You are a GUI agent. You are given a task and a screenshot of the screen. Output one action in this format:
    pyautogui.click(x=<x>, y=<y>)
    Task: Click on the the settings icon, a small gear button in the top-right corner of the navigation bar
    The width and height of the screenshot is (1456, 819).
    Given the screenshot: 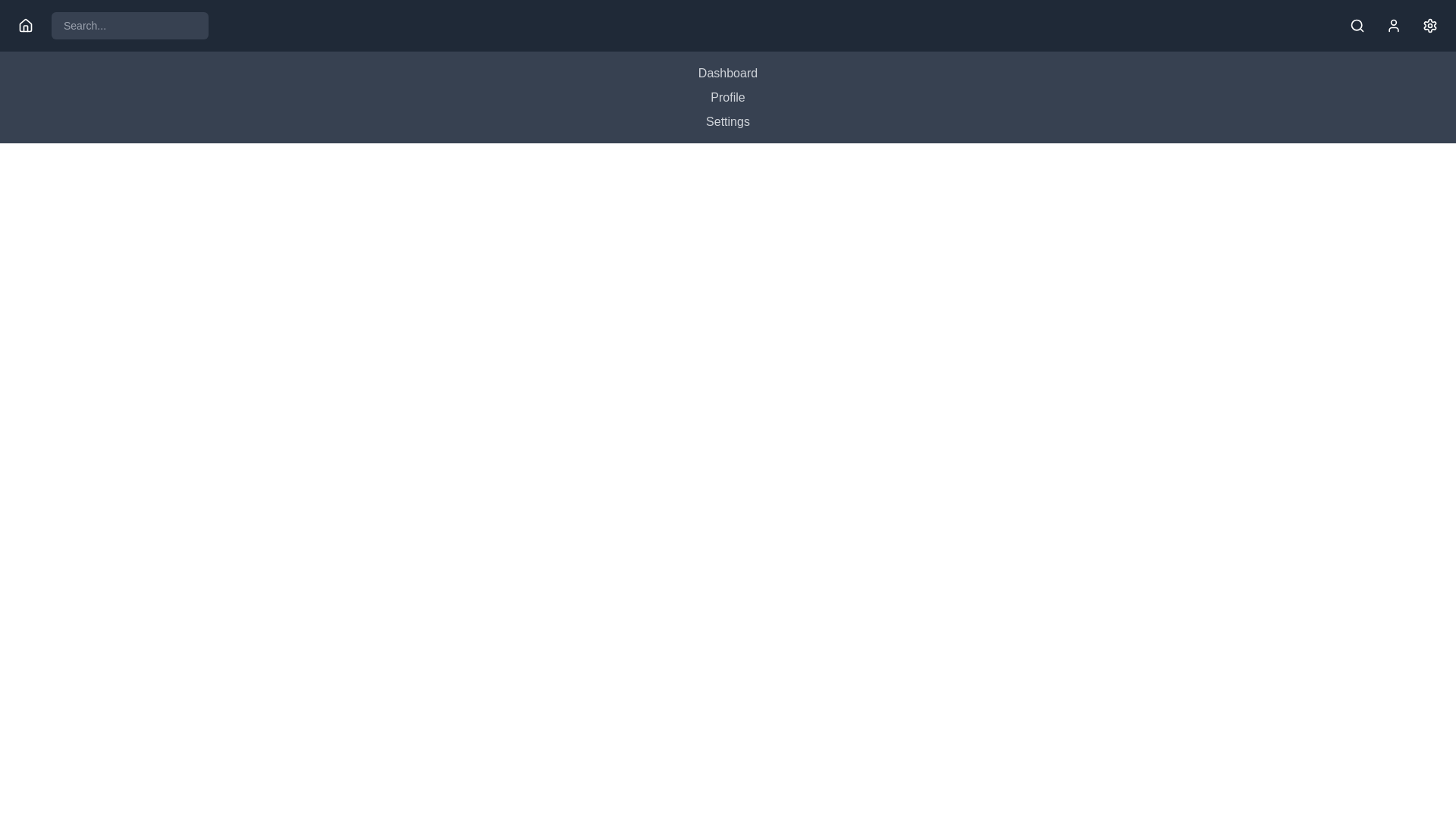 What is the action you would take?
    pyautogui.click(x=1429, y=26)
    